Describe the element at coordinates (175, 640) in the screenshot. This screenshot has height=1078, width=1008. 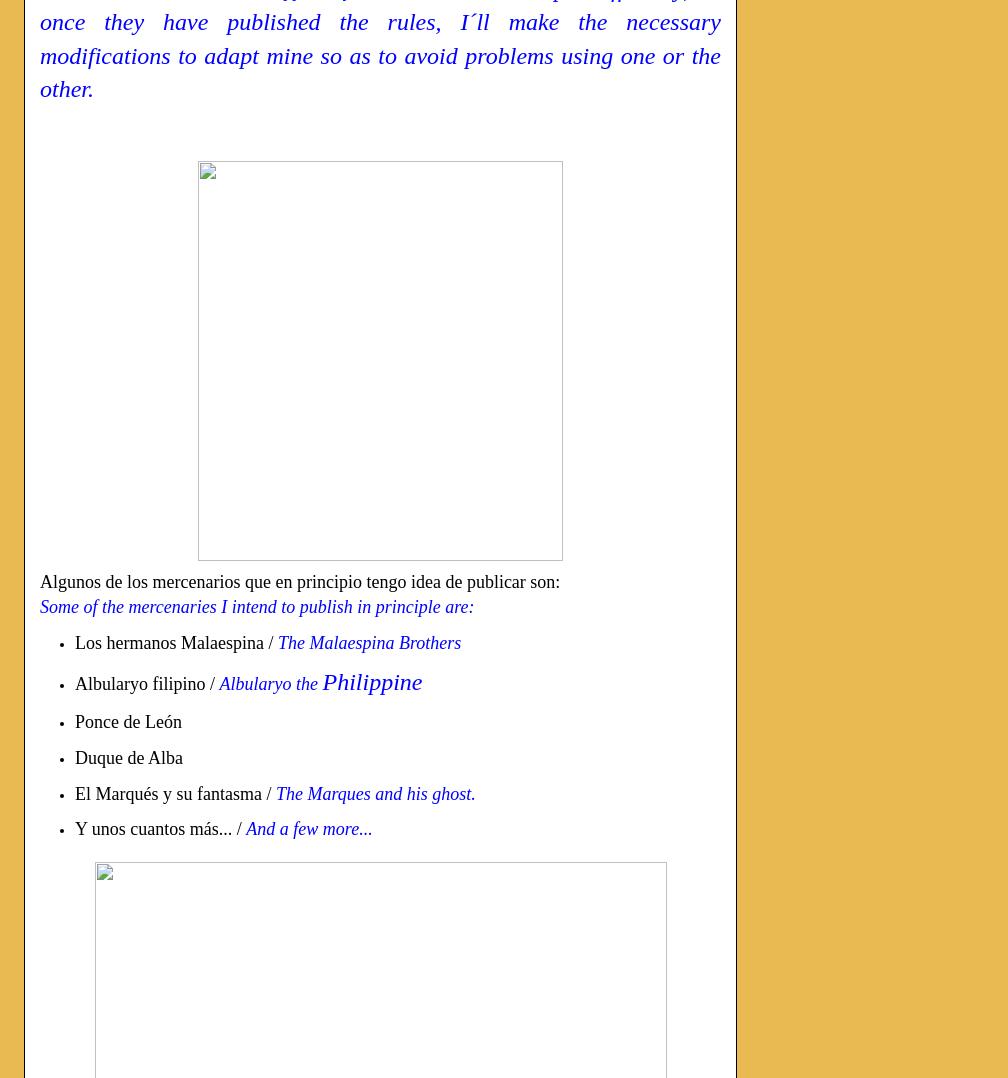
I see `'Los hermanos Malaespina /'` at that location.